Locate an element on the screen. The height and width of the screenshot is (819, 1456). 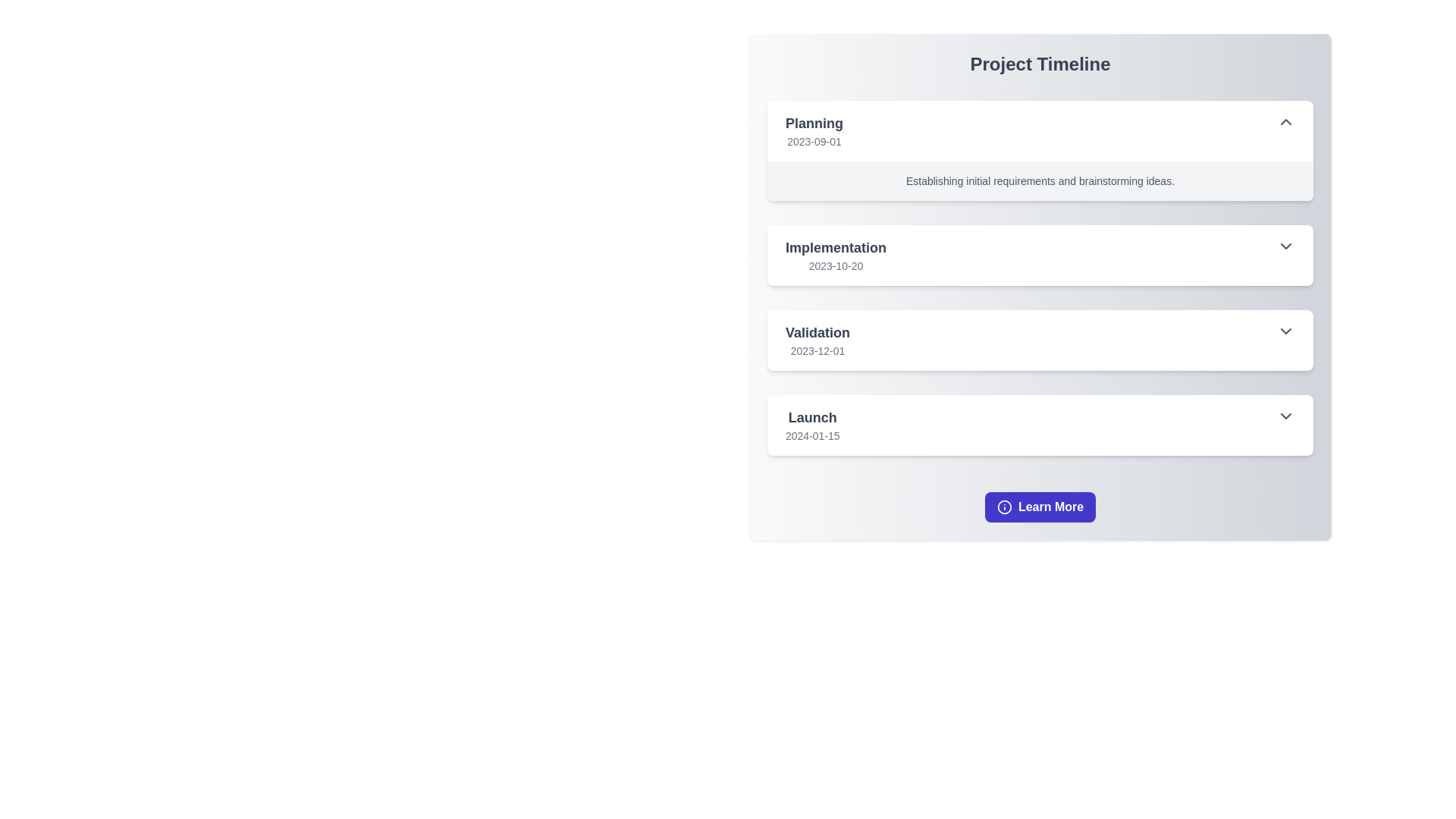
the informational marker icon located inside the 'Learn More' button at the bottom-center of the interface is located at coordinates (1004, 507).